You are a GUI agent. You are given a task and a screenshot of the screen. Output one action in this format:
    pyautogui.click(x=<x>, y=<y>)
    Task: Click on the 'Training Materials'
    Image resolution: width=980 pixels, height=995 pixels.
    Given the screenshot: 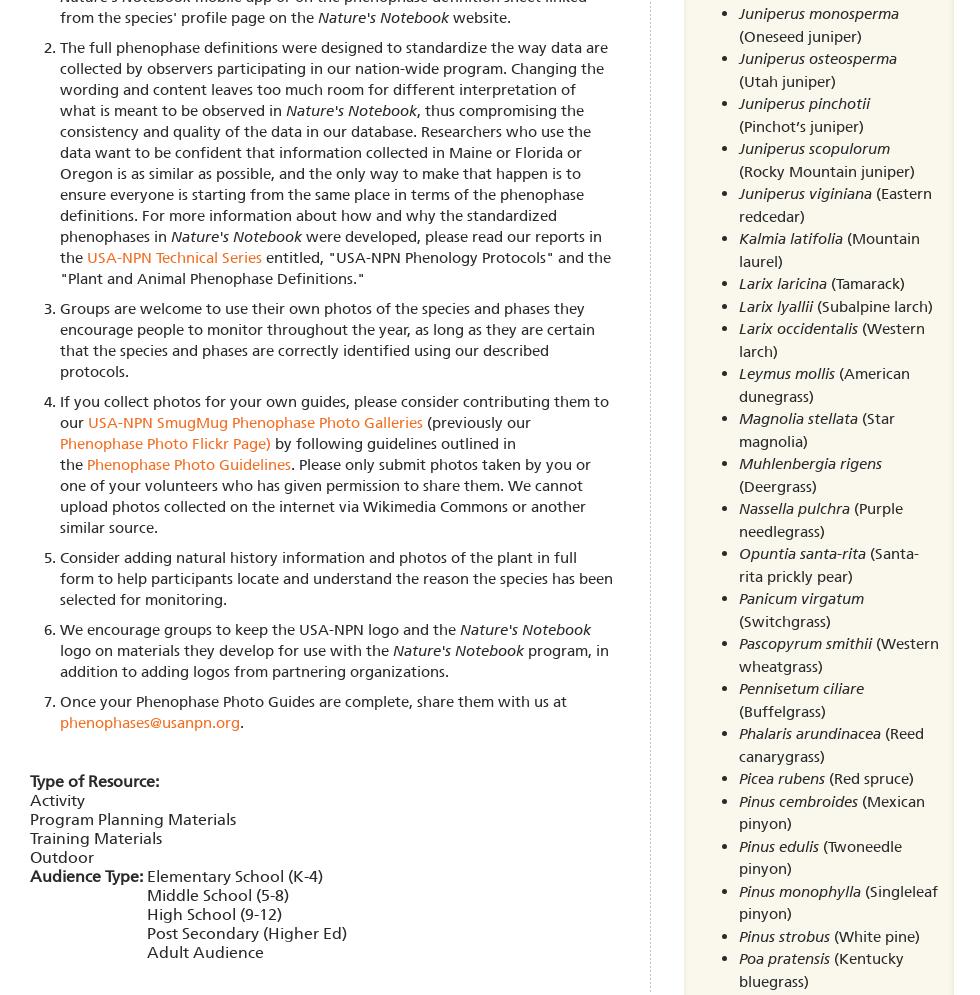 What is the action you would take?
    pyautogui.click(x=96, y=836)
    